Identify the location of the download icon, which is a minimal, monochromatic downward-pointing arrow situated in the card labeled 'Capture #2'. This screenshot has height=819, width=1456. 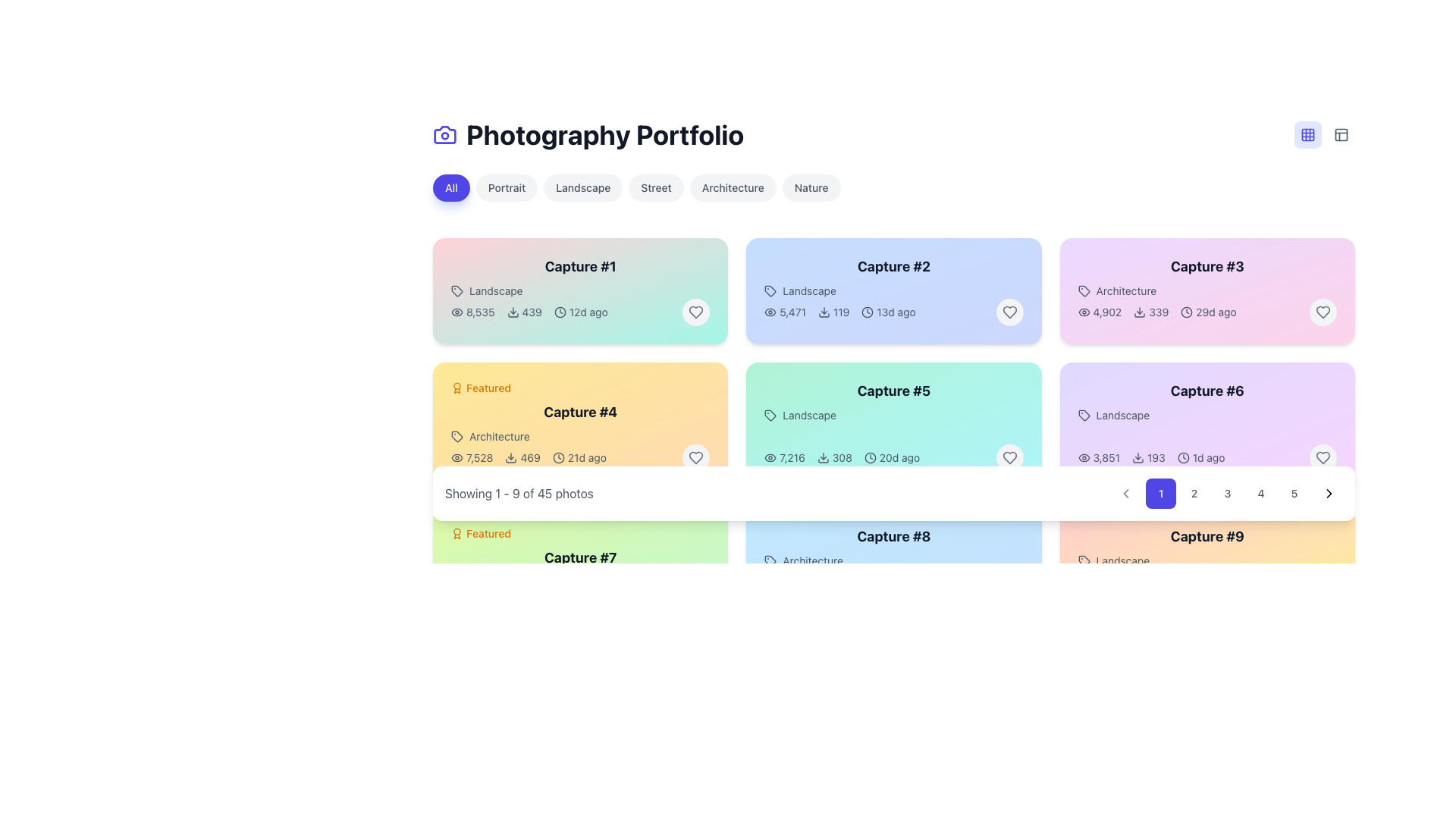
(823, 312).